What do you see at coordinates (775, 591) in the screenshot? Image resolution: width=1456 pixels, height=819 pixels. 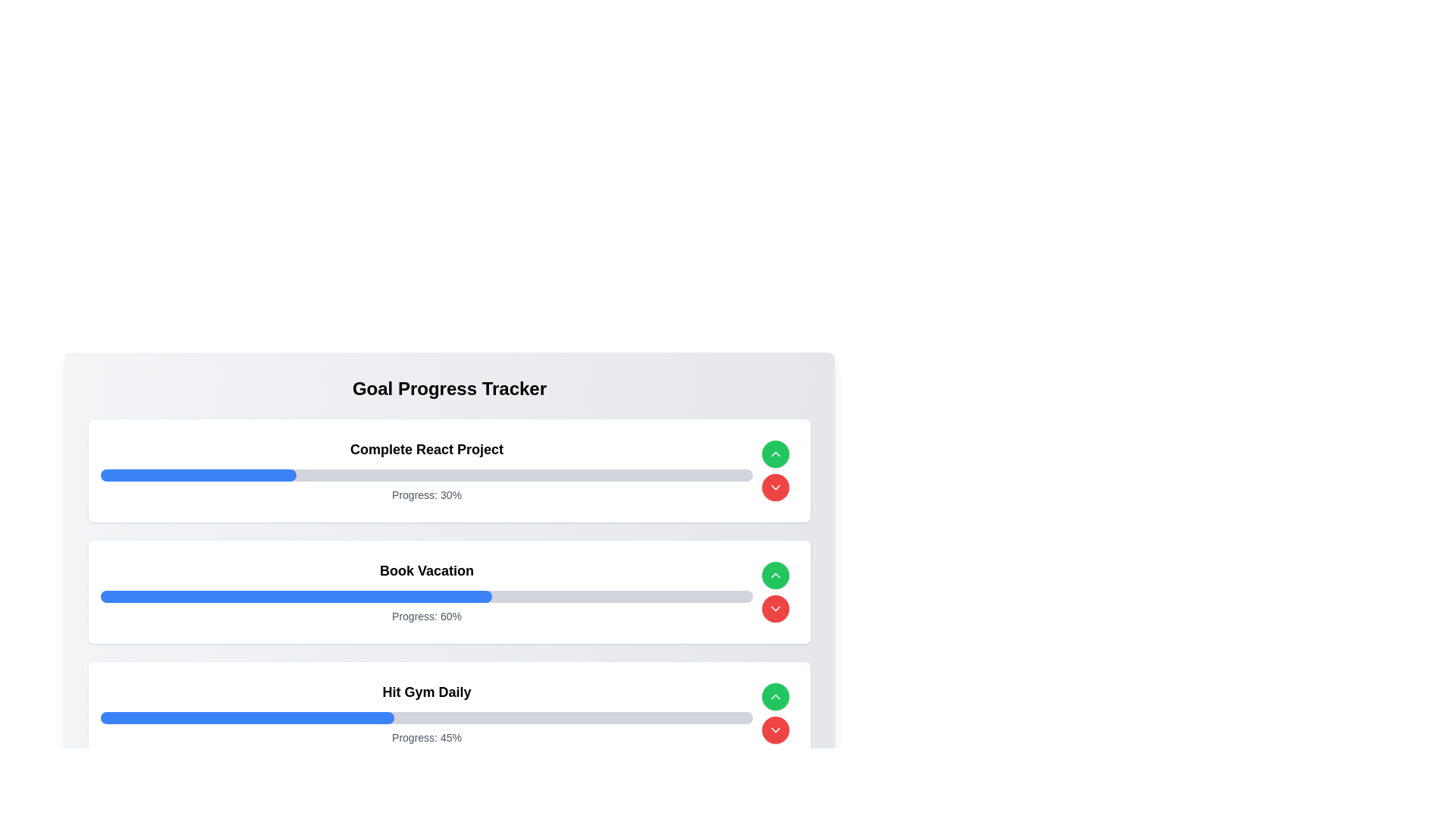 I see `the green upvote button in the vertical button stack with chevron icons located on the right side of the 'Book Vacation - Progress: 60%' card` at bounding box center [775, 591].